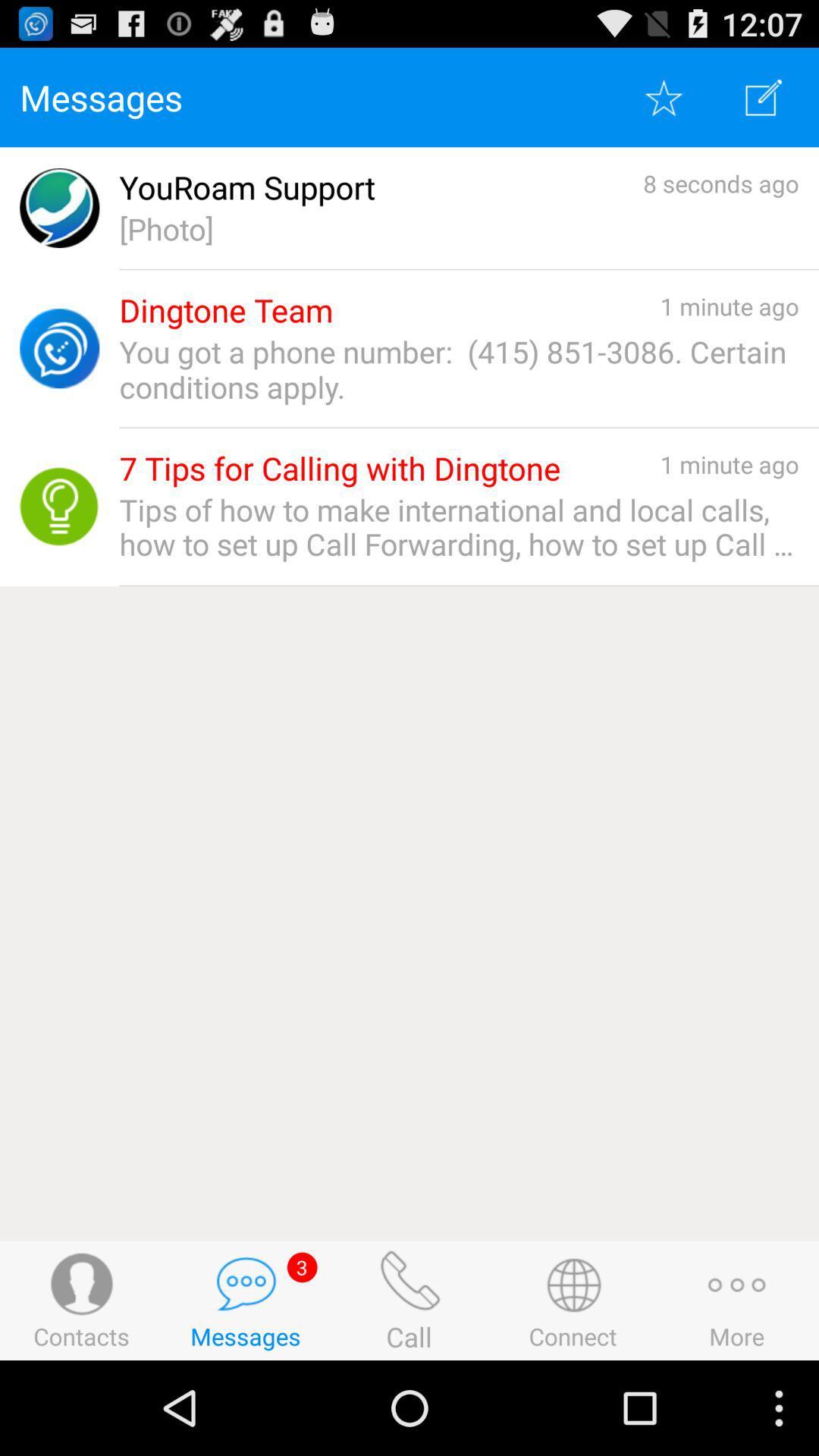 This screenshot has height=1456, width=819. What do you see at coordinates (764, 103) in the screenshot?
I see `the edit icon` at bounding box center [764, 103].